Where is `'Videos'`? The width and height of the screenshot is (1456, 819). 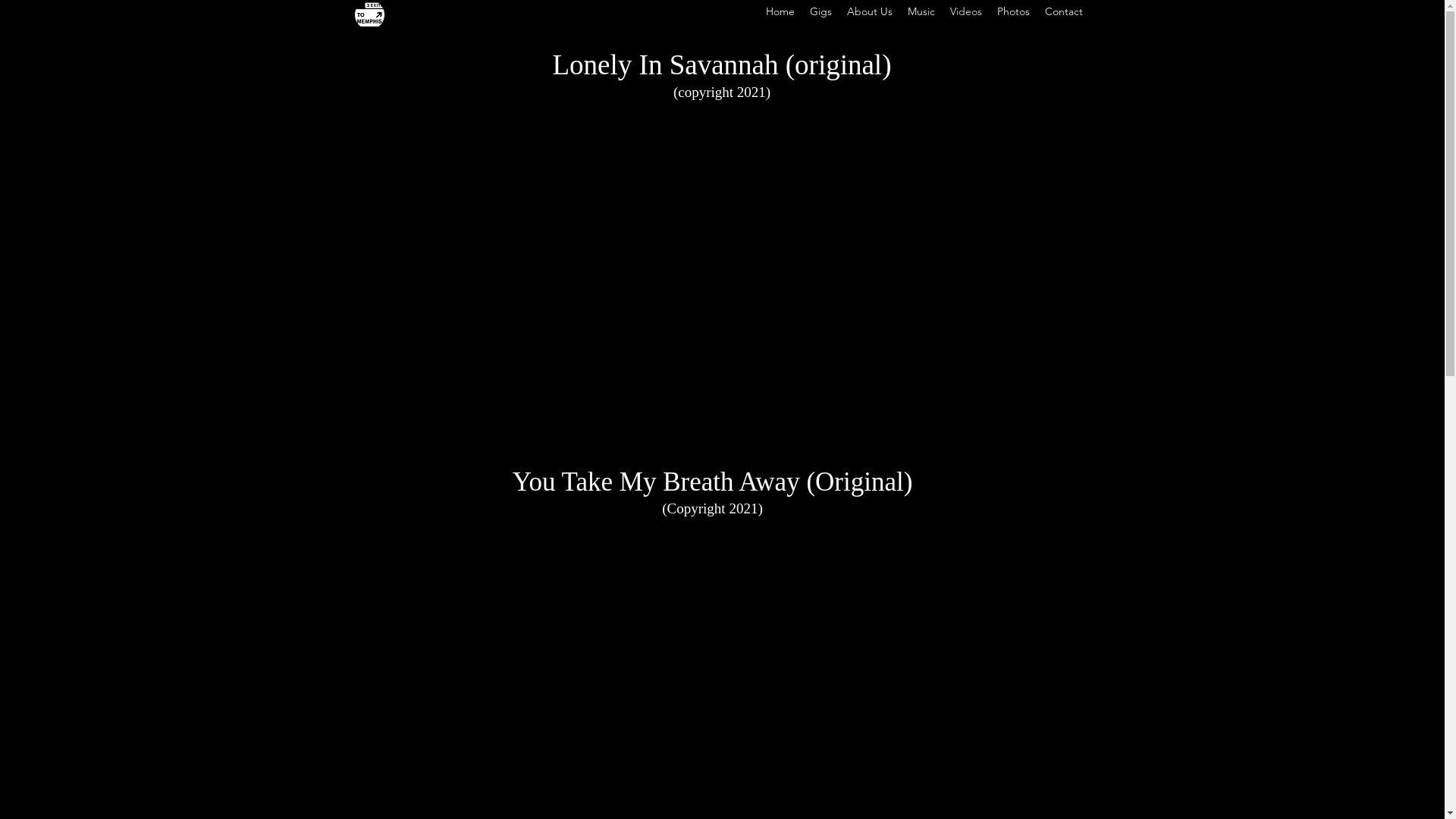
'Videos' is located at coordinates (964, 11).